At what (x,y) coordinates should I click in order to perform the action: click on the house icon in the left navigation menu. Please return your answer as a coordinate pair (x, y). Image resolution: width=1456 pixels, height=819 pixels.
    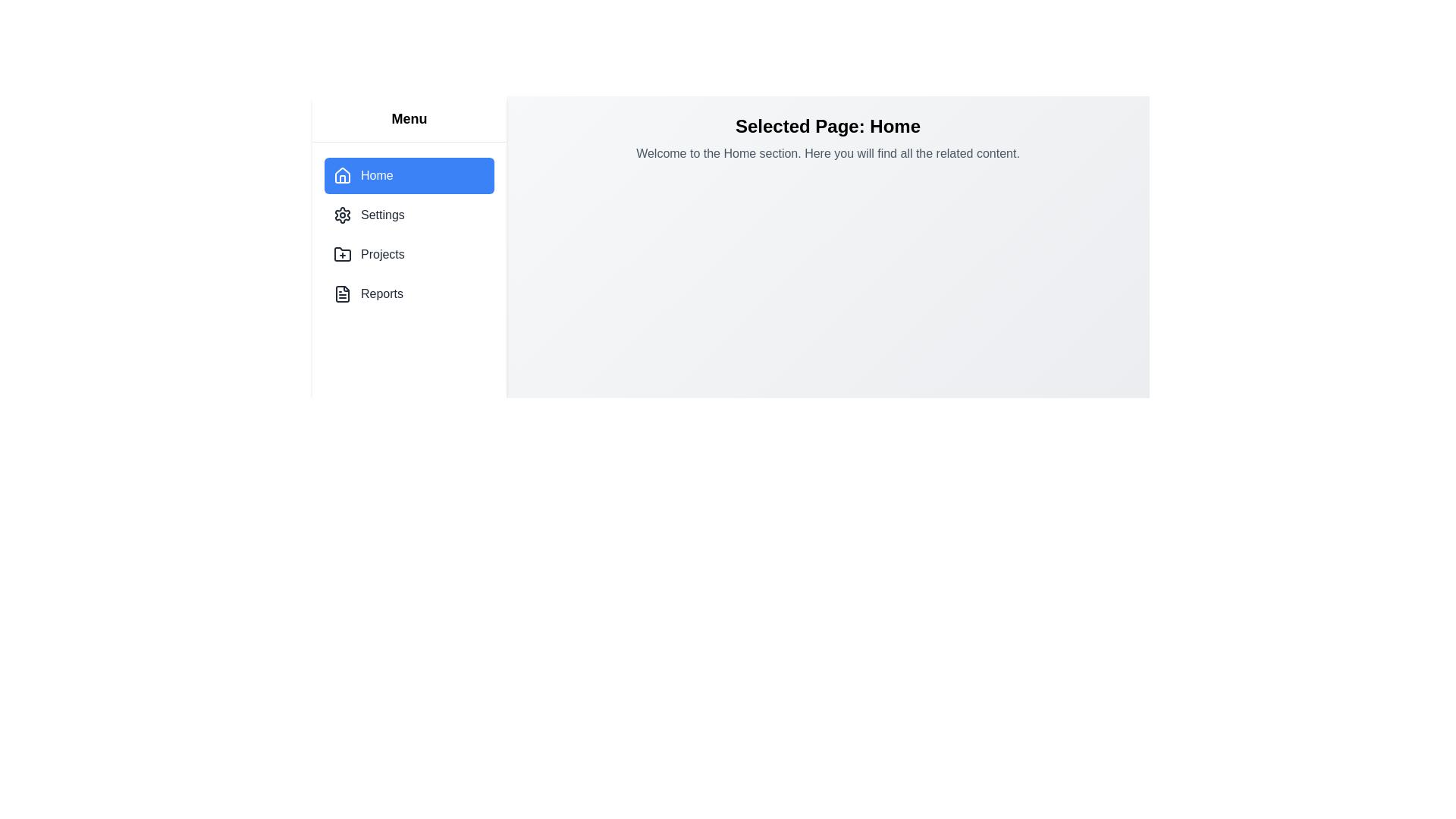
    Looking at the image, I should click on (341, 174).